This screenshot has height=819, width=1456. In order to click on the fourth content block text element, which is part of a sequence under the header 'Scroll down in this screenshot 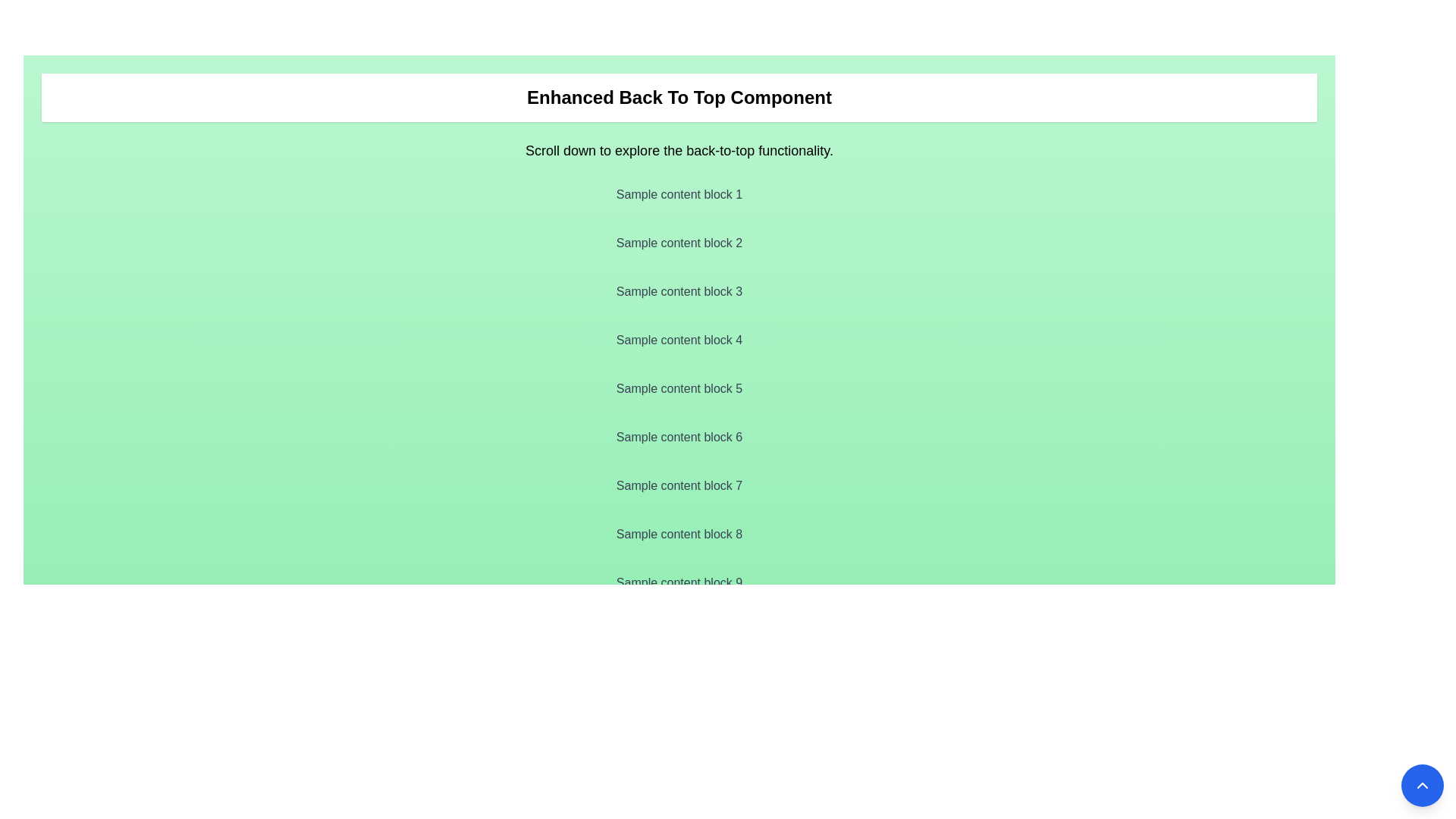, I will do `click(679, 339)`.